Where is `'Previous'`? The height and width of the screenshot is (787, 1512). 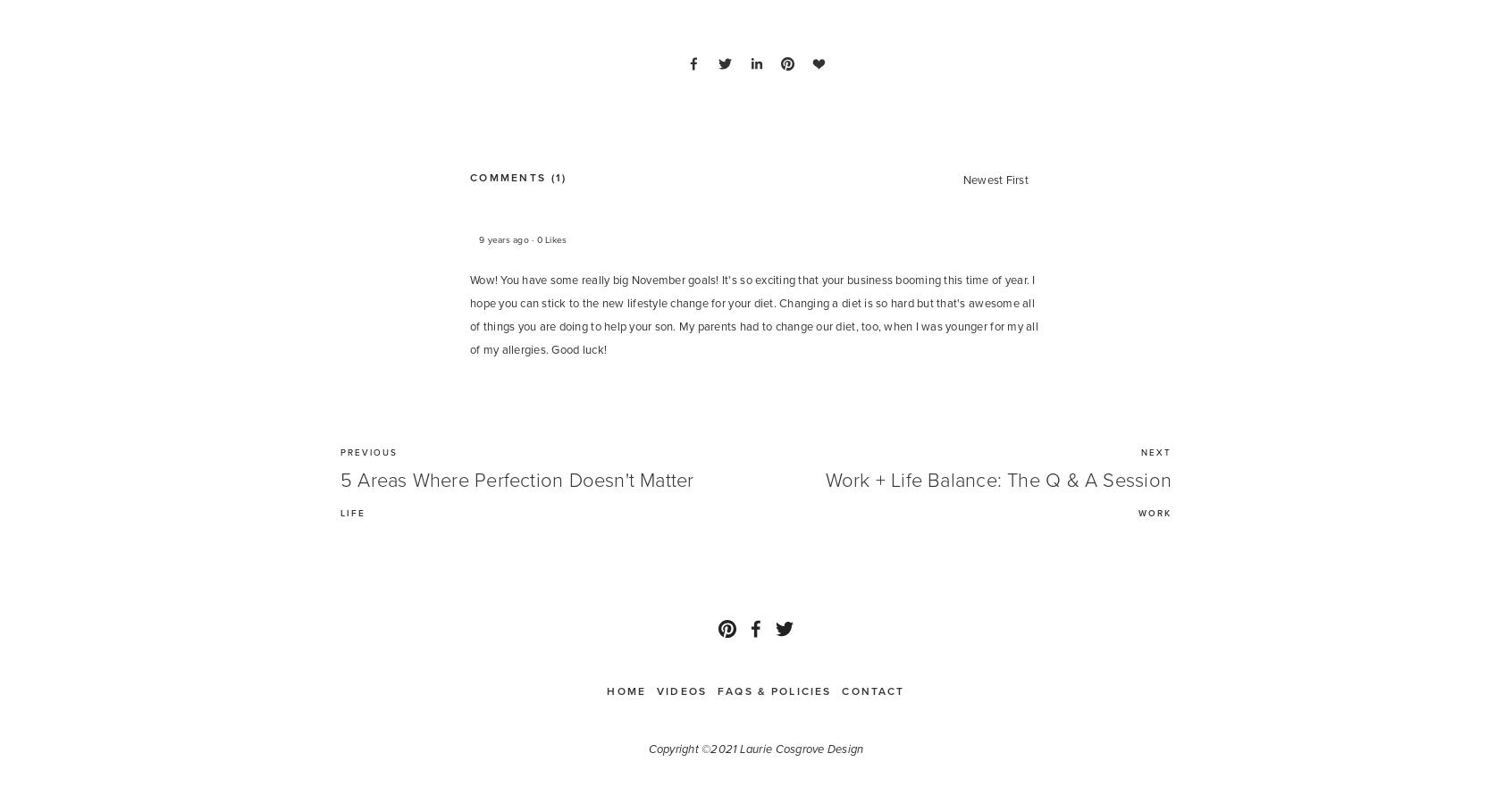 'Previous' is located at coordinates (369, 451).